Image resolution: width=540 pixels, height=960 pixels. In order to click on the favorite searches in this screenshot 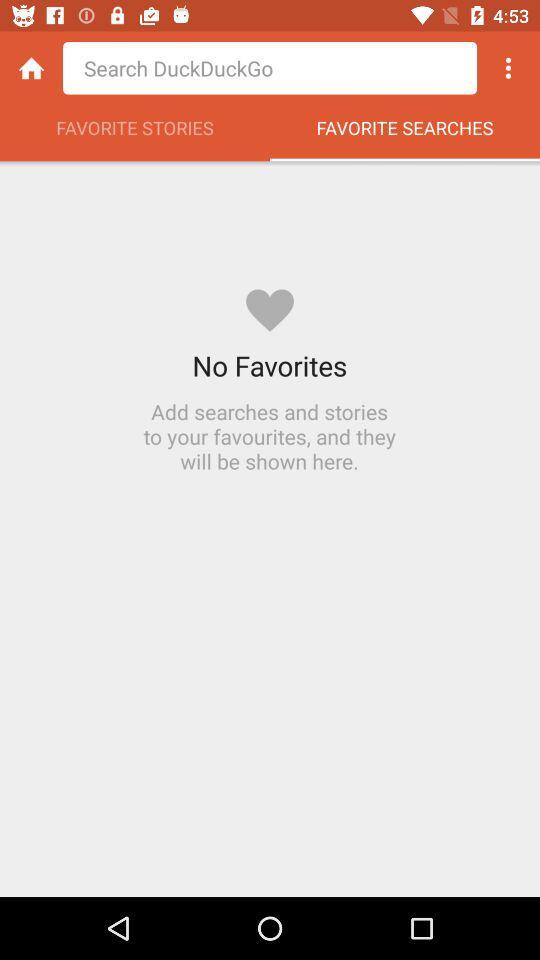, I will do `click(405, 132)`.